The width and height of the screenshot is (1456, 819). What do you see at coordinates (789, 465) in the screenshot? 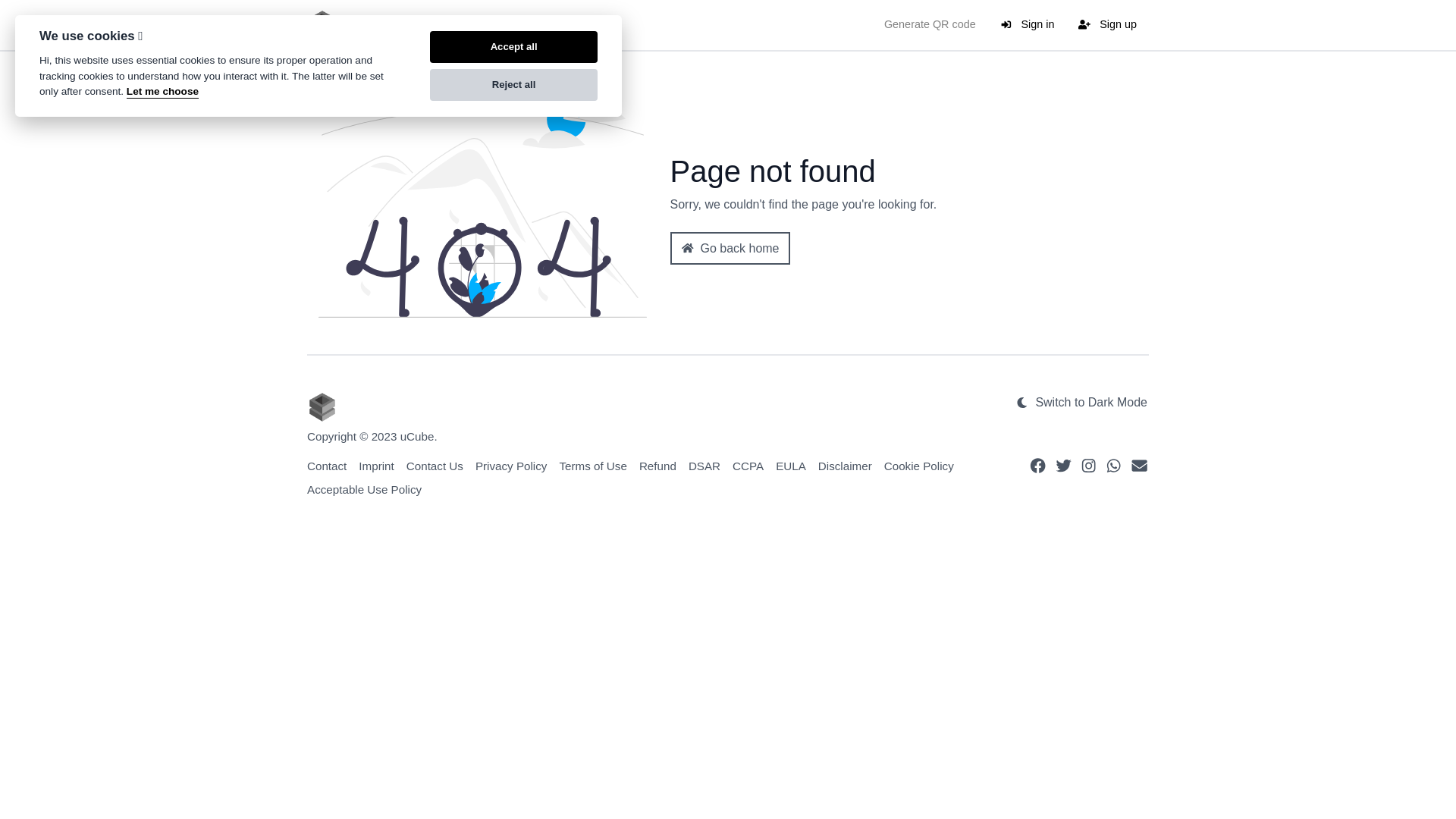
I see `'EULA'` at bounding box center [789, 465].